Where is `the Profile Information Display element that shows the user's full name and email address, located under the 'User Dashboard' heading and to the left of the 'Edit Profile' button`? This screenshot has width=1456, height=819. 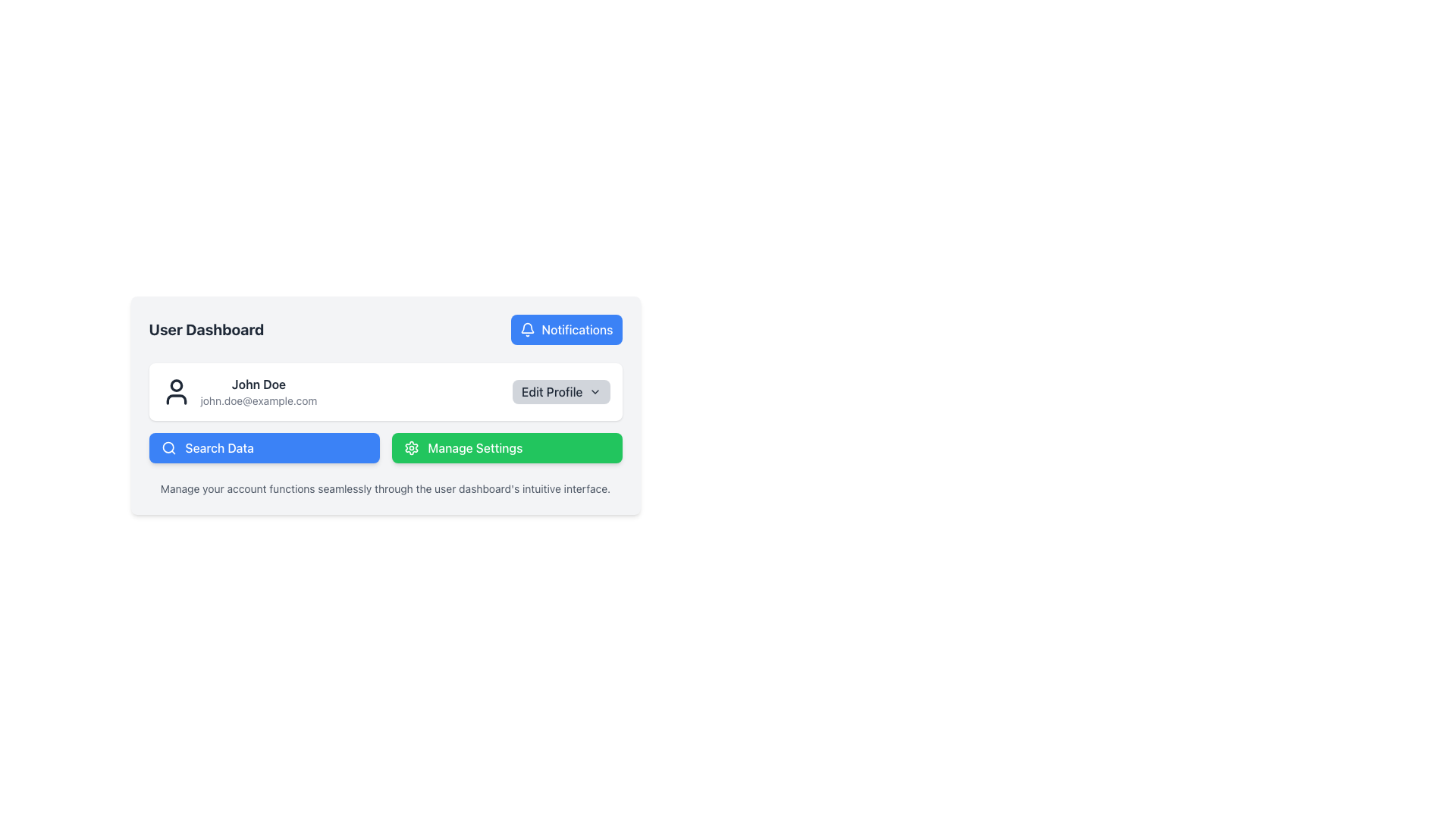
the Profile Information Display element that shows the user's full name and email address, located under the 'User Dashboard' heading and to the left of the 'Edit Profile' button is located at coordinates (238, 391).